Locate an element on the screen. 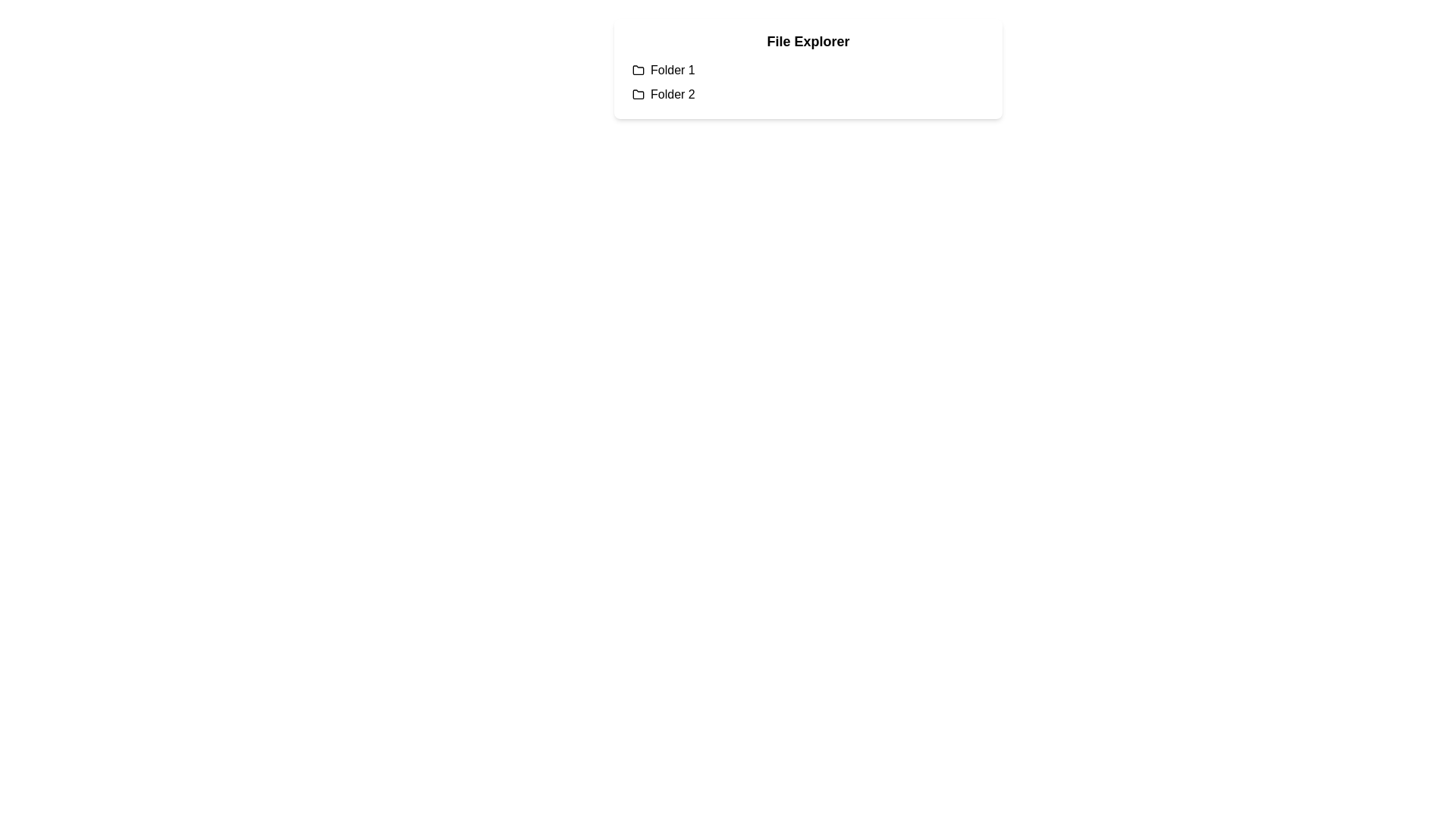 This screenshot has height=819, width=1456. the folder icon located at the top left corner of the 'Folder 1' row, which serves as a visual indicator and is not interactive is located at coordinates (638, 70).